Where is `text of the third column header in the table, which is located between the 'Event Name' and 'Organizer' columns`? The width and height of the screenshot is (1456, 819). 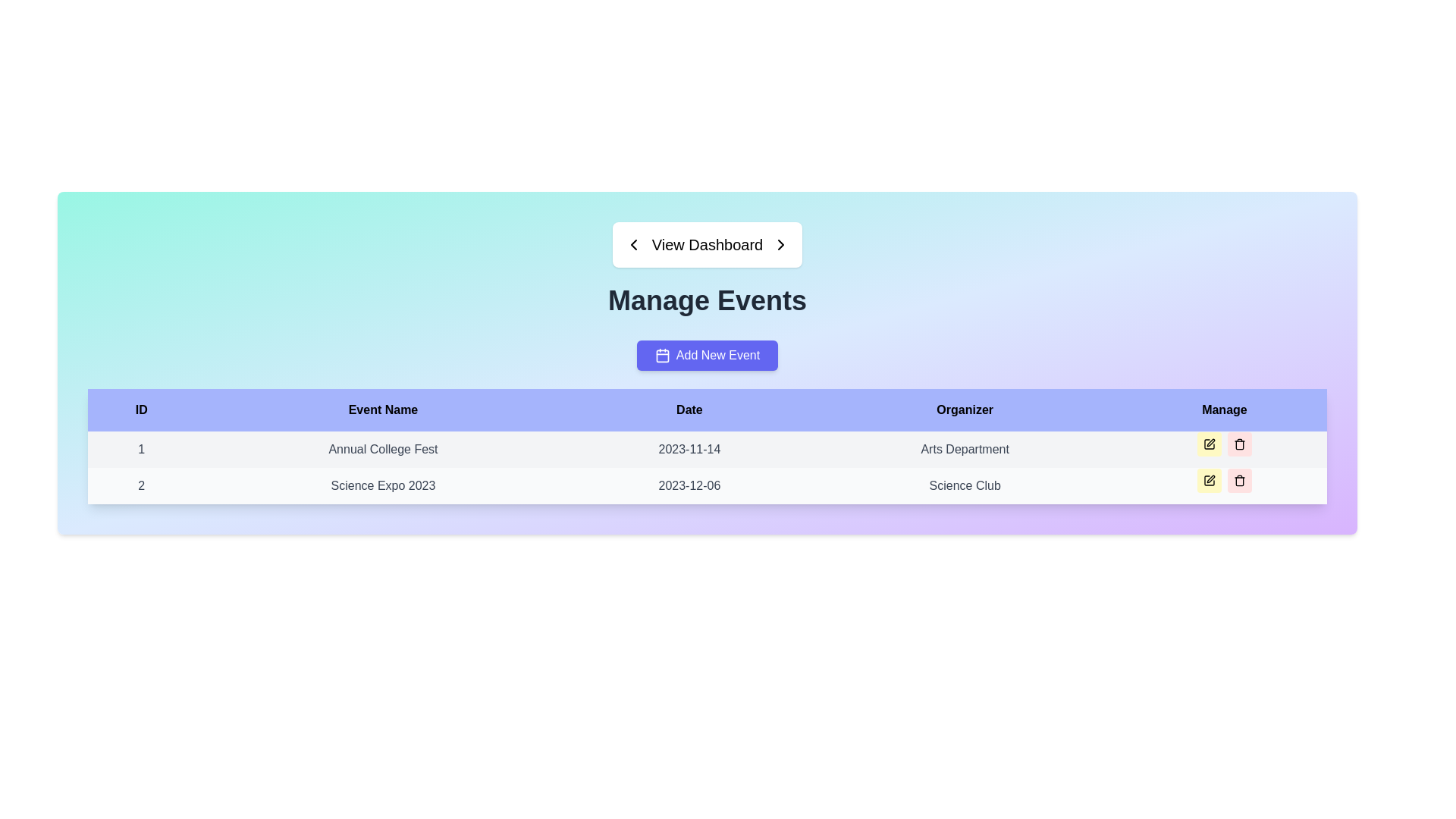
text of the third column header in the table, which is located between the 'Event Name' and 'Organizer' columns is located at coordinates (689, 409).